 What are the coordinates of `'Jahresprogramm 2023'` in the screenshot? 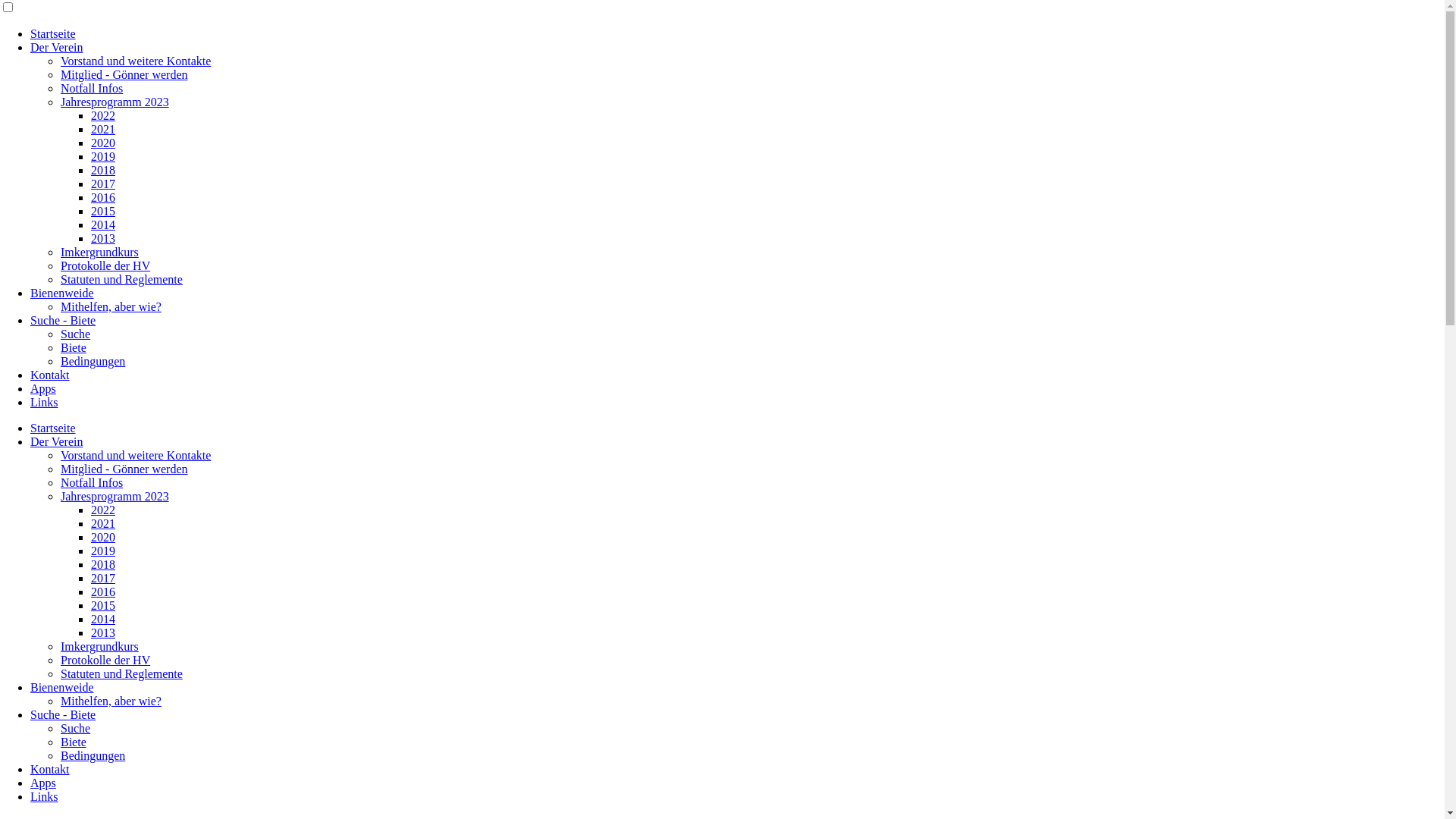 It's located at (114, 102).